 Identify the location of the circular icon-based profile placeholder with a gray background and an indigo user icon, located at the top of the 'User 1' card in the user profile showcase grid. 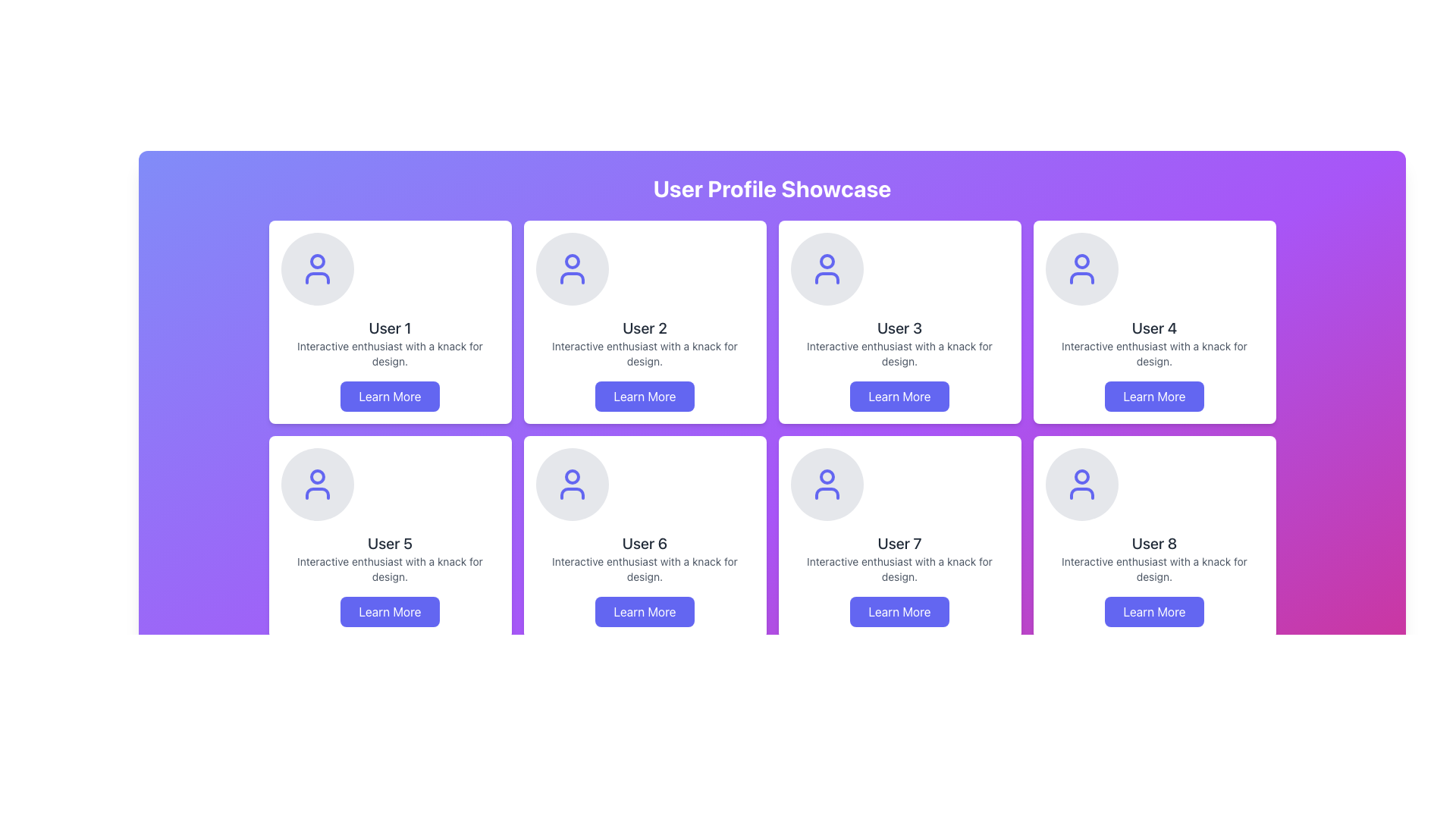
(316, 268).